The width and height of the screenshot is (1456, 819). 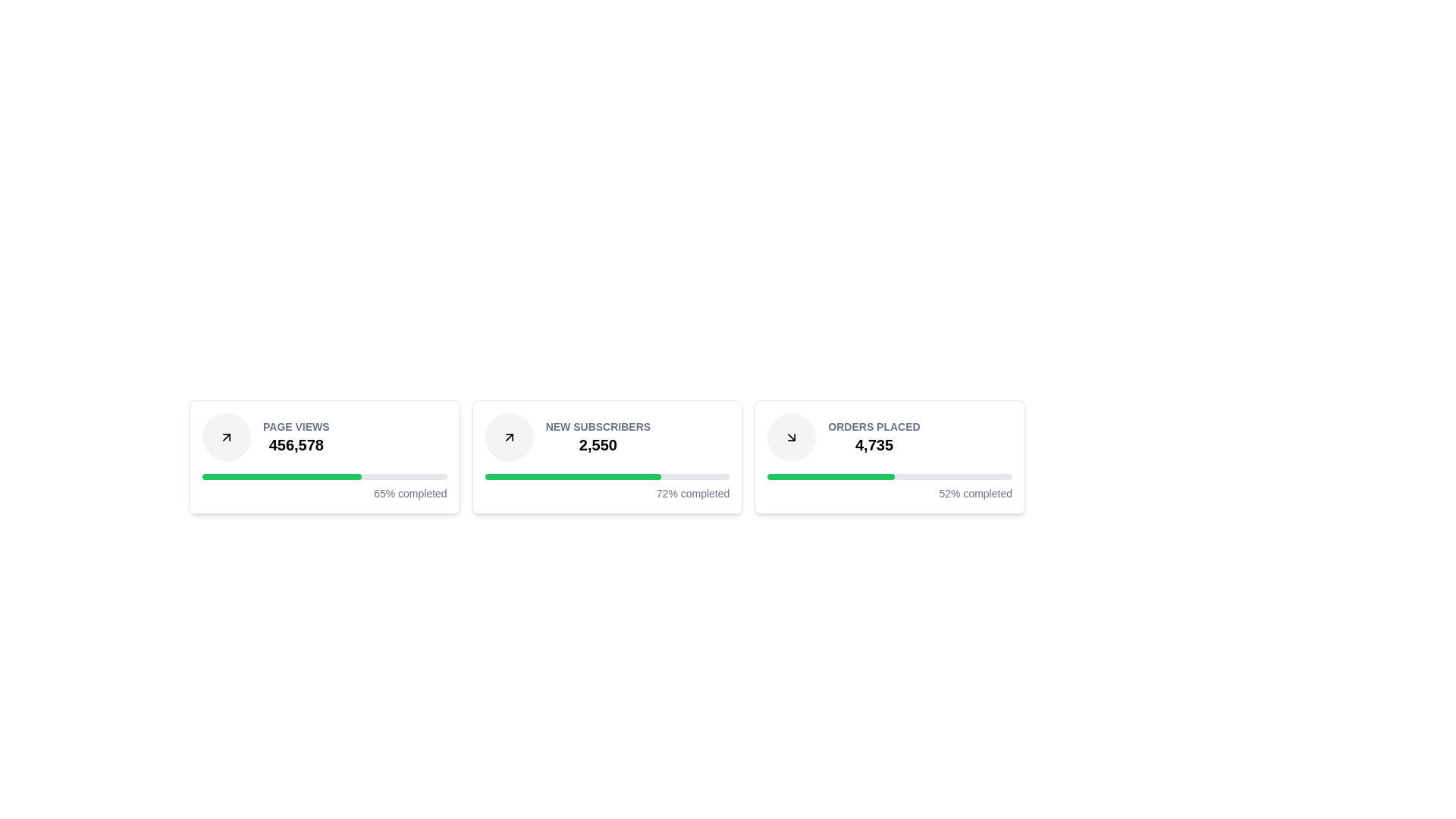 What do you see at coordinates (281, 475) in the screenshot?
I see `the green progress bar located within the leftmost card, positioned centrally below the 'Page Views' label` at bounding box center [281, 475].